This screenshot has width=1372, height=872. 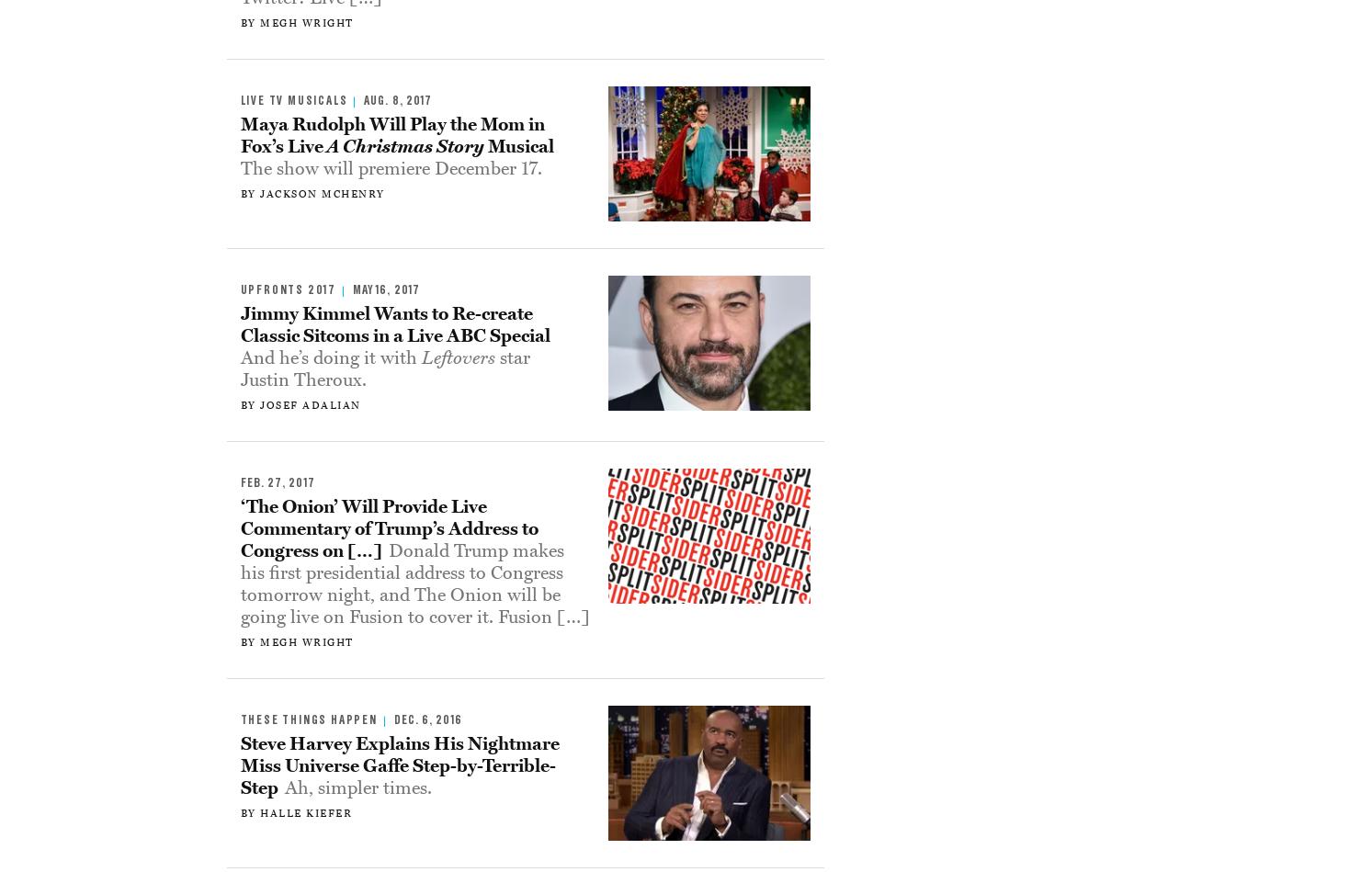 I want to click on 'Maya Rudolph Will Play the Mom in Fox’s Live', so click(x=391, y=135).